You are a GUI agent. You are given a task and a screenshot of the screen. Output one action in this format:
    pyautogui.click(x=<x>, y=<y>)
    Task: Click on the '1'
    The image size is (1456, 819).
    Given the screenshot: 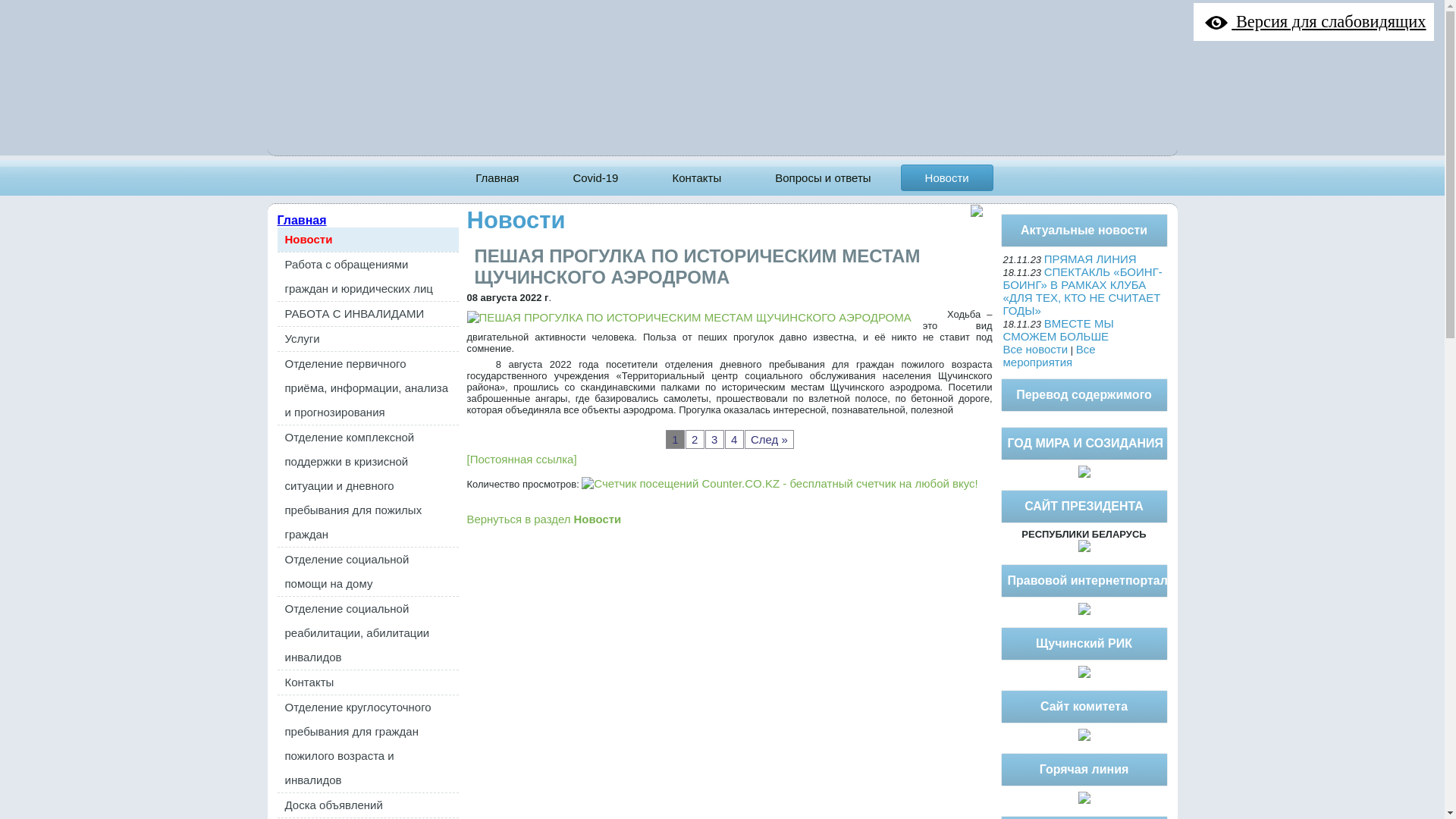 What is the action you would take?
    pyautogui.click(x=666, y=439)
    